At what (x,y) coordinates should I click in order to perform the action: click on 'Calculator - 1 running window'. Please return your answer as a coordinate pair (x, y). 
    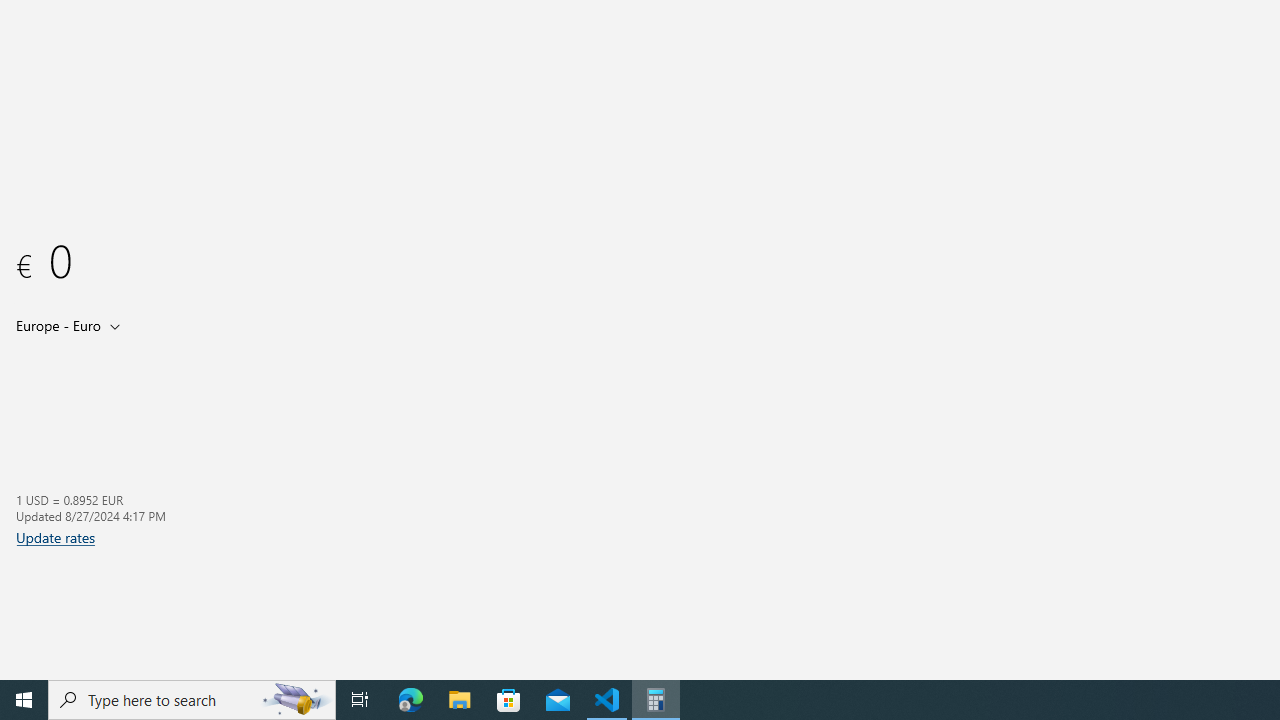
    Looking at the image, I should click on (656, 698).